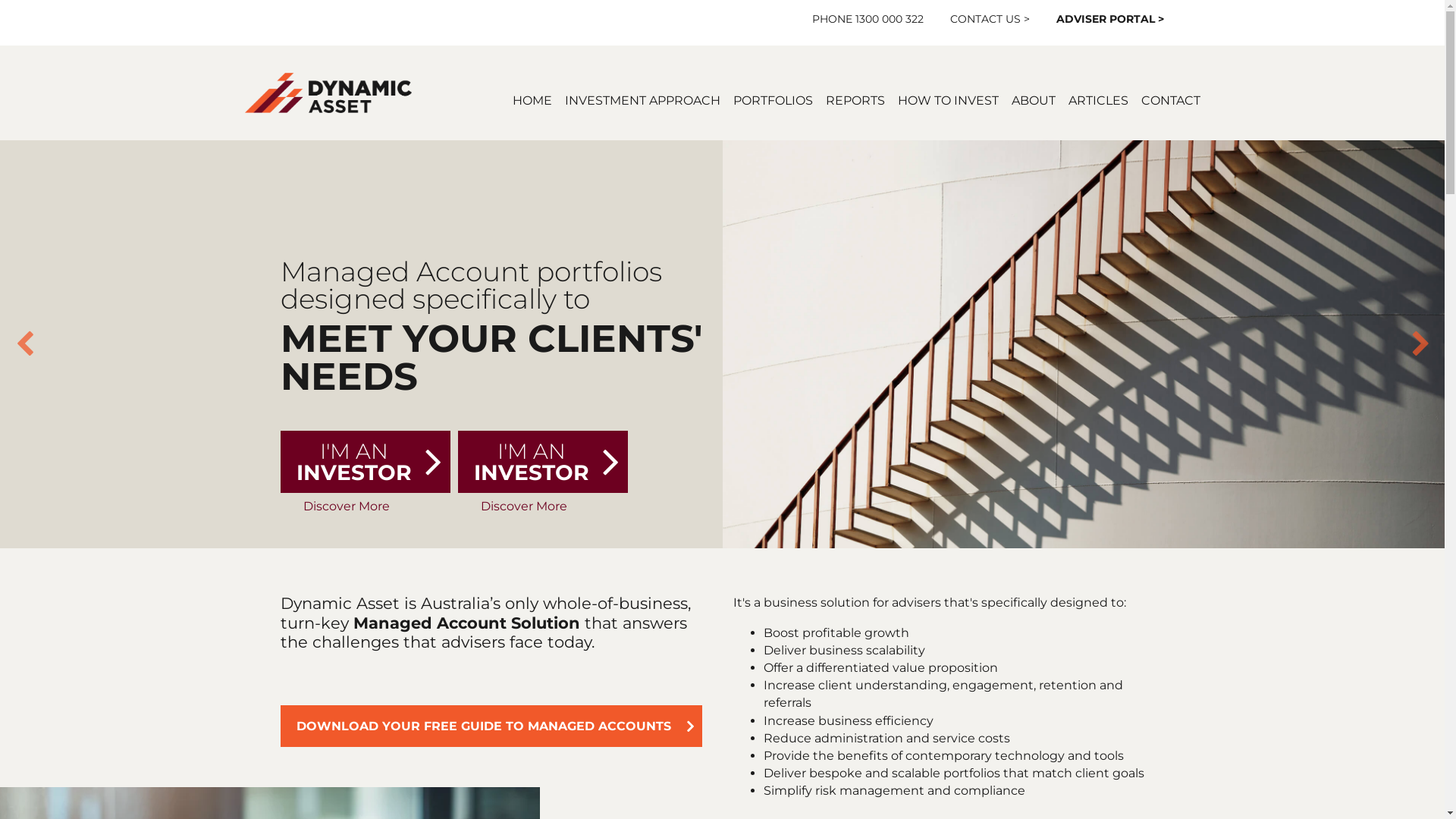 This screenshot has height=819, width=1456. Describe the element at coordinates (1169, 100) in the screenshot. I see `'CONTACT'` at that location.